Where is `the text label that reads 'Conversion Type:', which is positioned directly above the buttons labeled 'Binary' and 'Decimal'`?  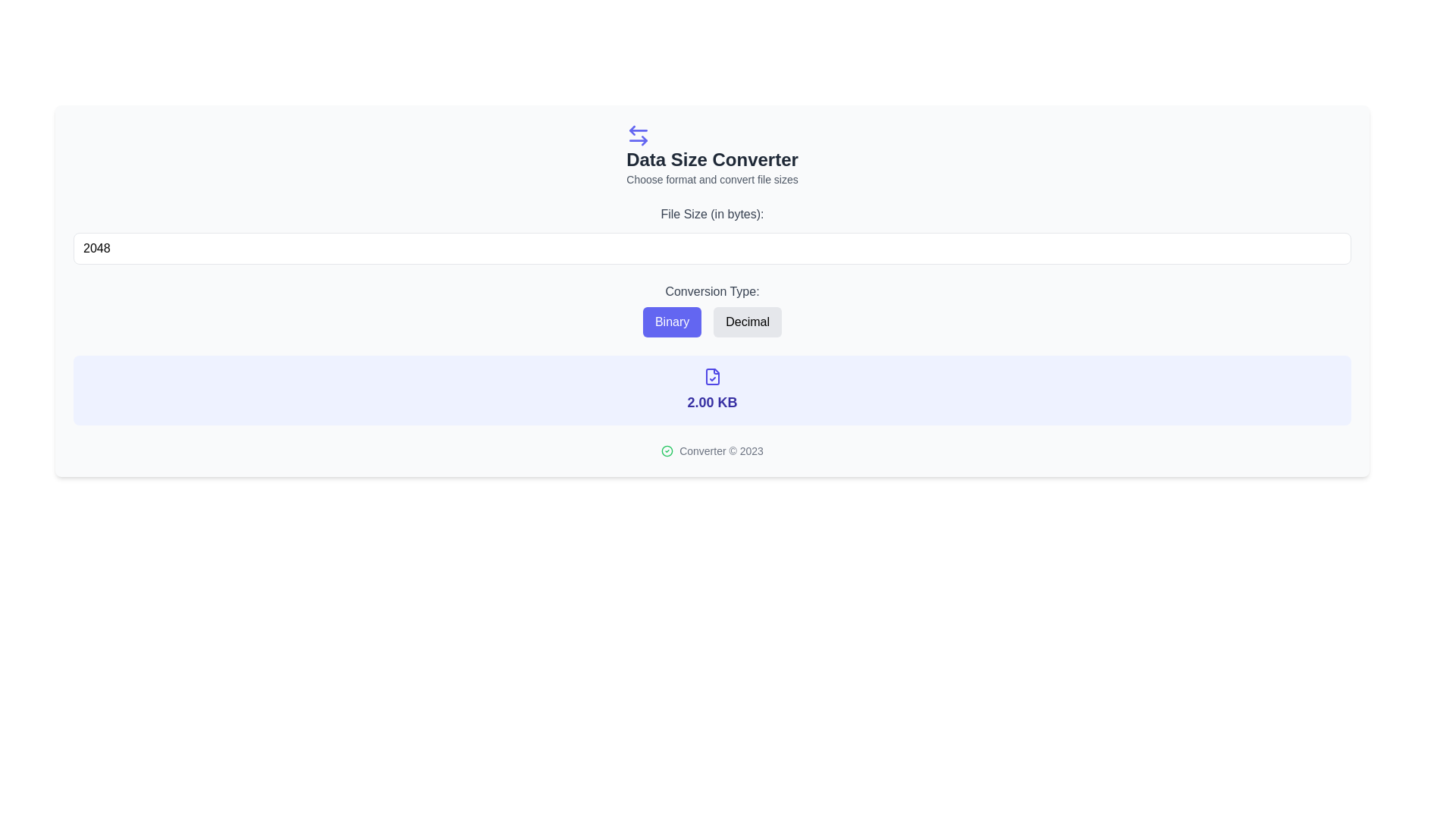
the text label that reads 'Conversion Type:', which is positioned directly above the buttons labeled 'Binary' and 'Decimal' is located at coordinates (711, 292).